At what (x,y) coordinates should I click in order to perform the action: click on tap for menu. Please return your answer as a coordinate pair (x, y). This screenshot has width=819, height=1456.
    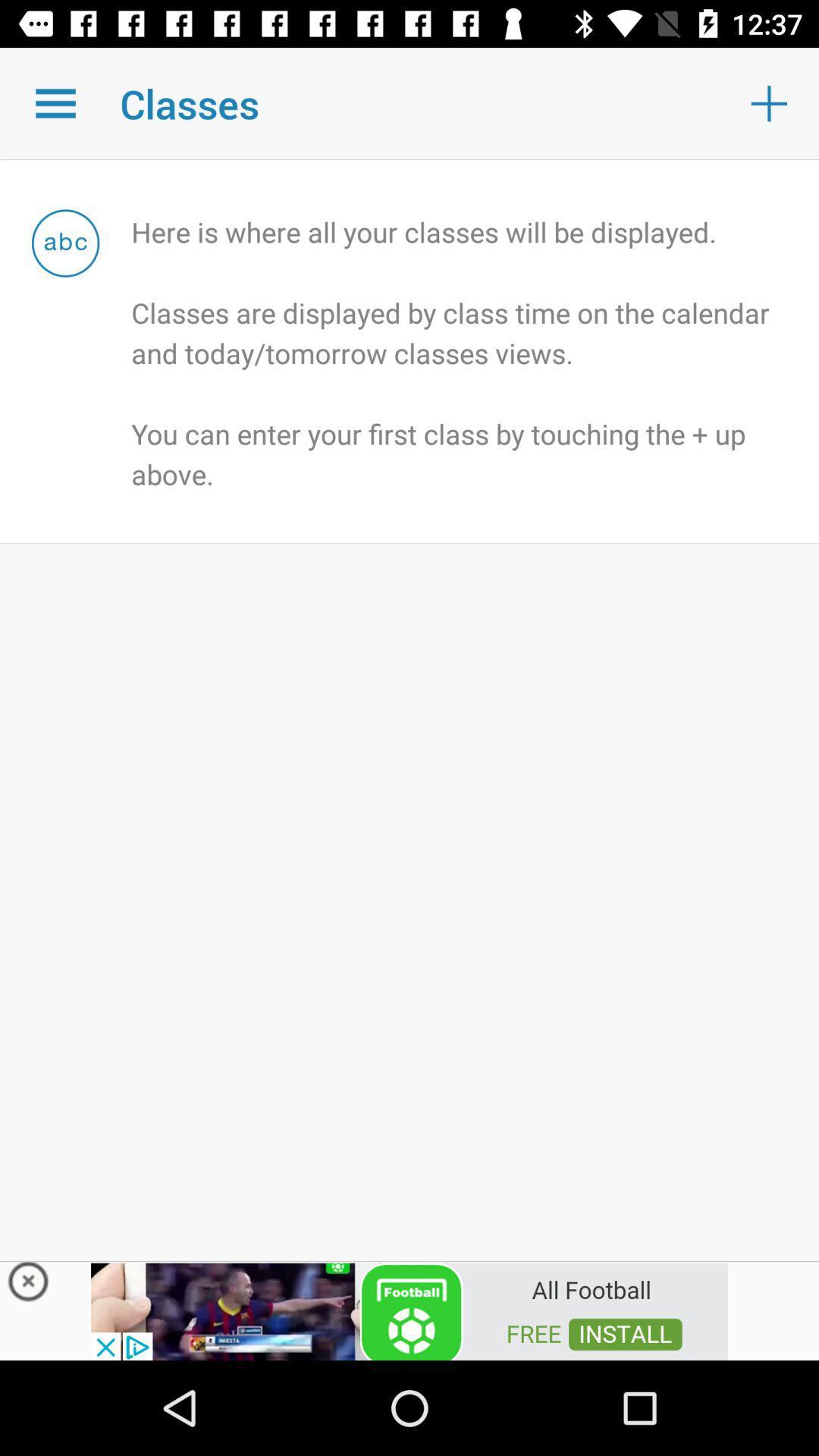
    Looking at the image, I should click on (55, 102).